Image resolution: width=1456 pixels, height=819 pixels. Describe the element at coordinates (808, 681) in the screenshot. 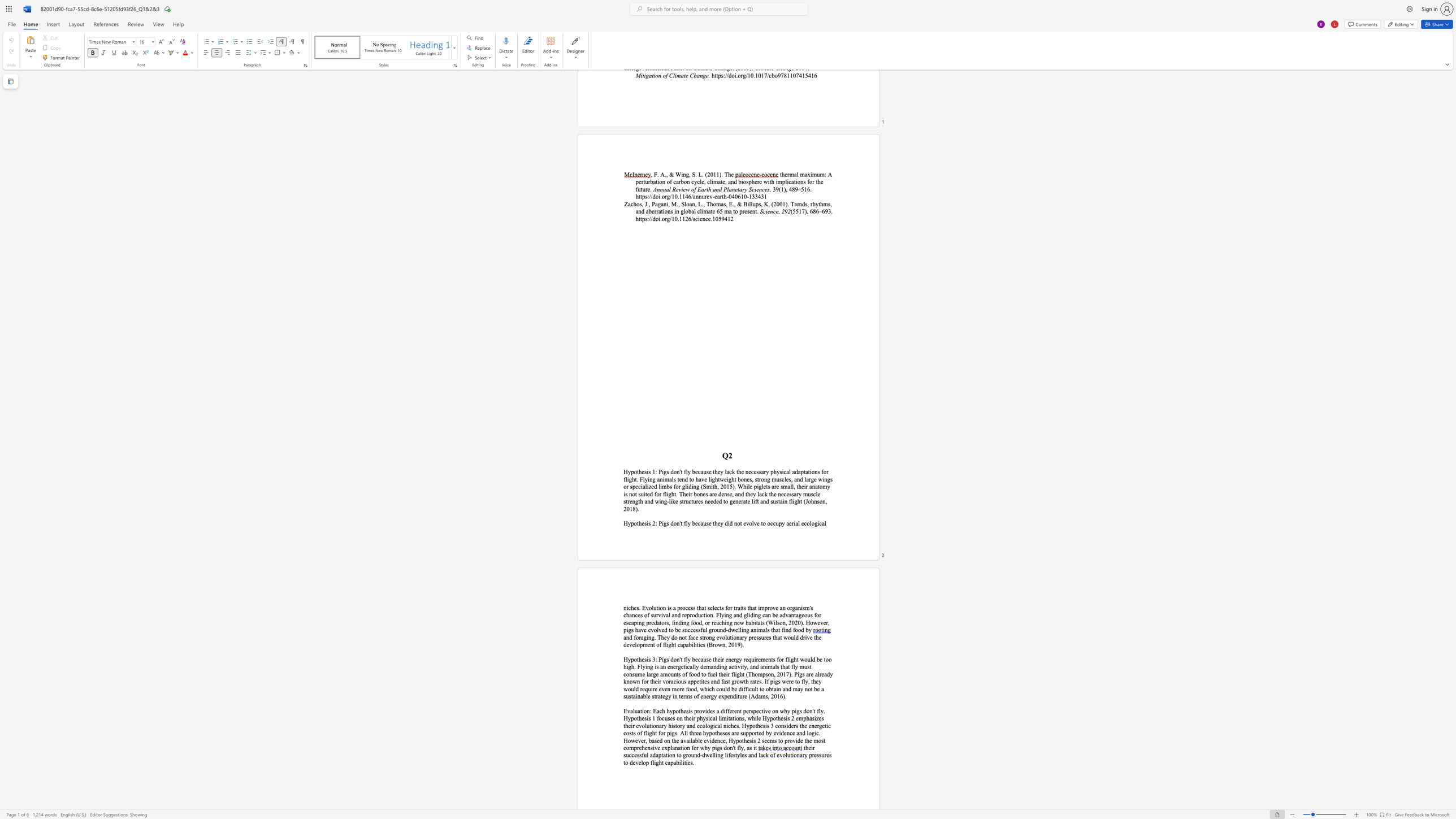

I see `the subset text ", they" within the text "of food to fuel their flight (Thompson, 2017). Pigs are already known for their voracious appetites and fast growth rates. If pigs were to fly, they would"` at that location.